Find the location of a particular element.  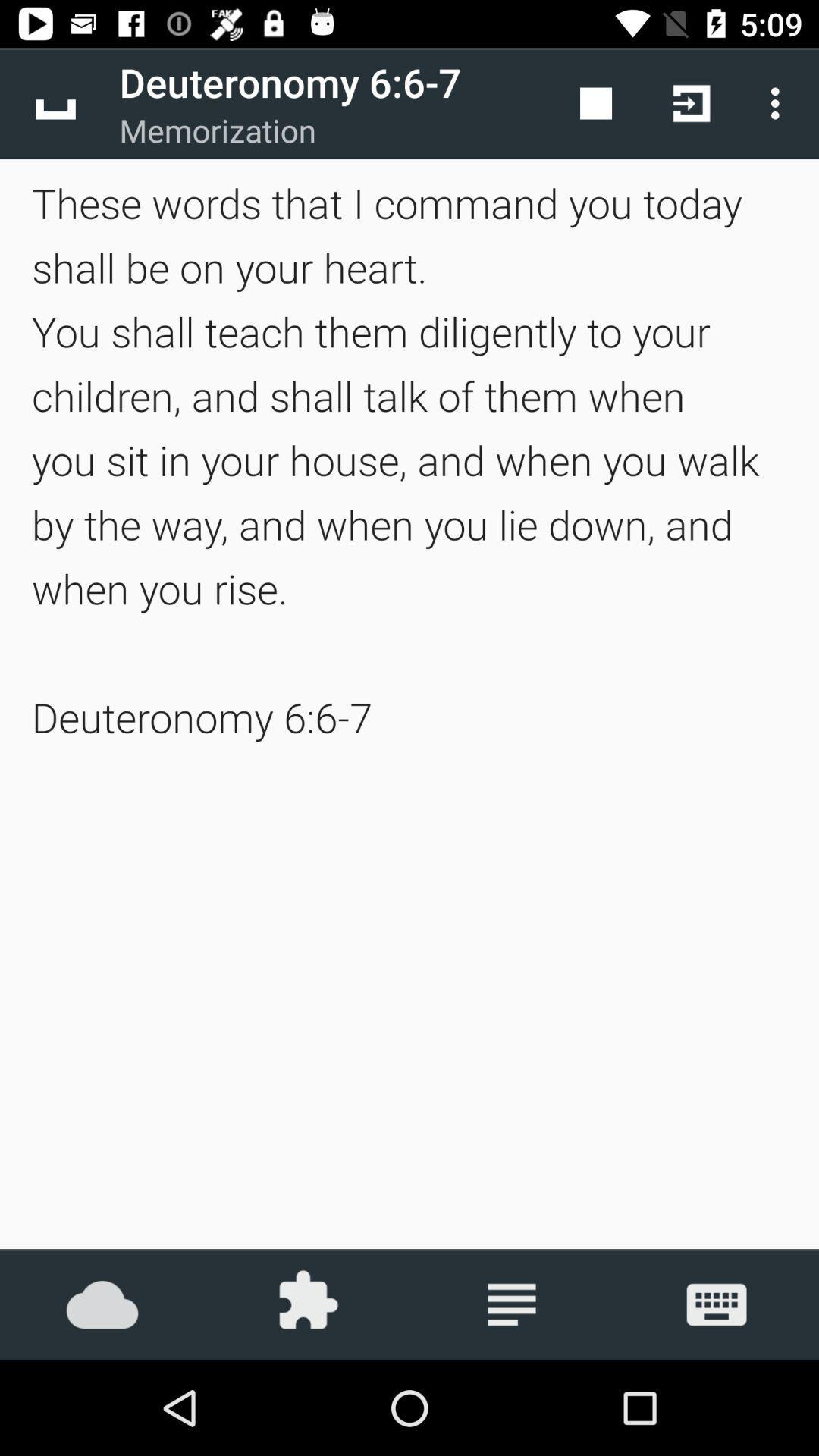

icon at the bottom left corner is located at coordinates (102, 1304).